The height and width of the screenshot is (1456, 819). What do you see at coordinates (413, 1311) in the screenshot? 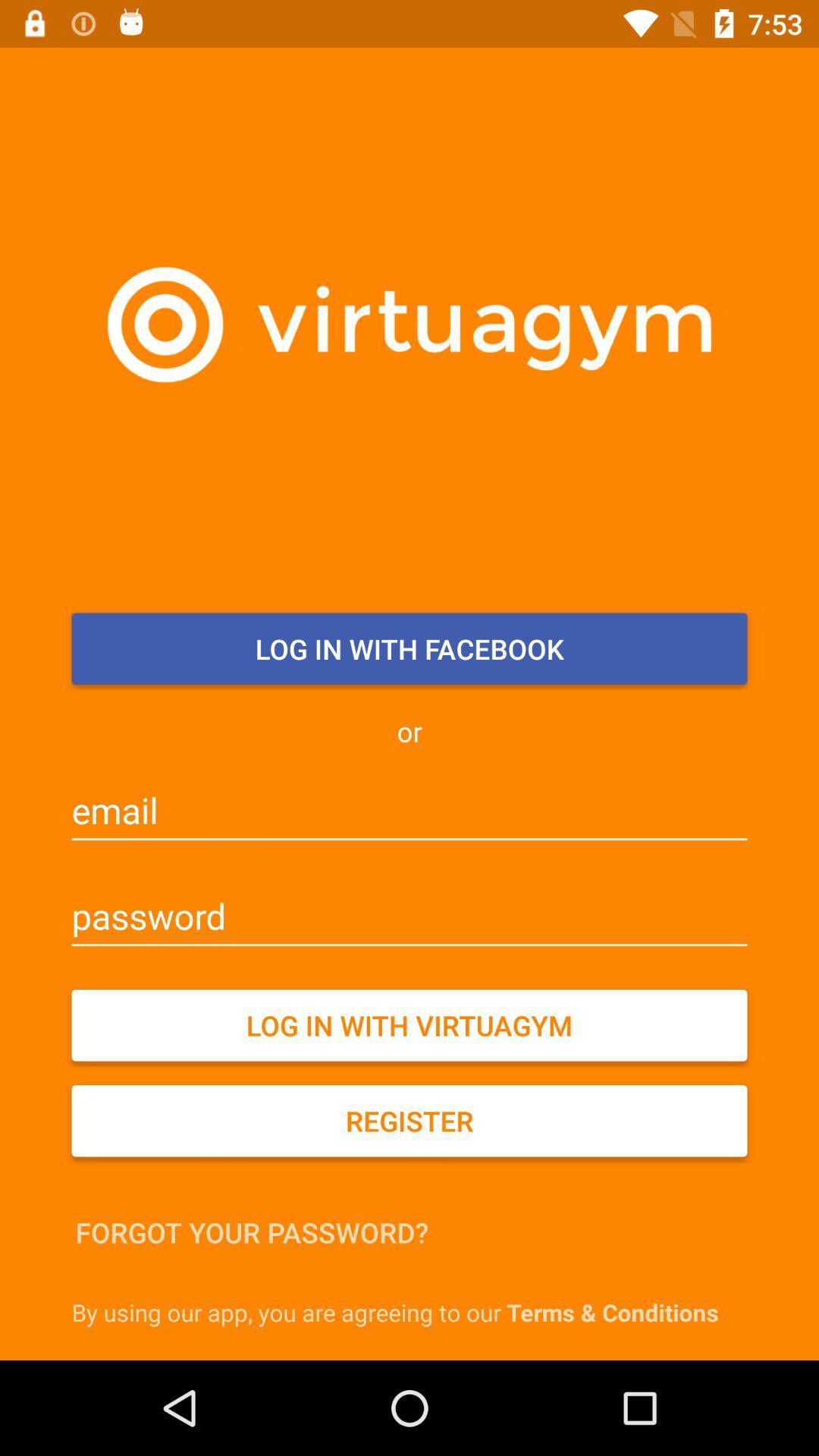
I see `by using our icon` at bounding box center [413, 1311].